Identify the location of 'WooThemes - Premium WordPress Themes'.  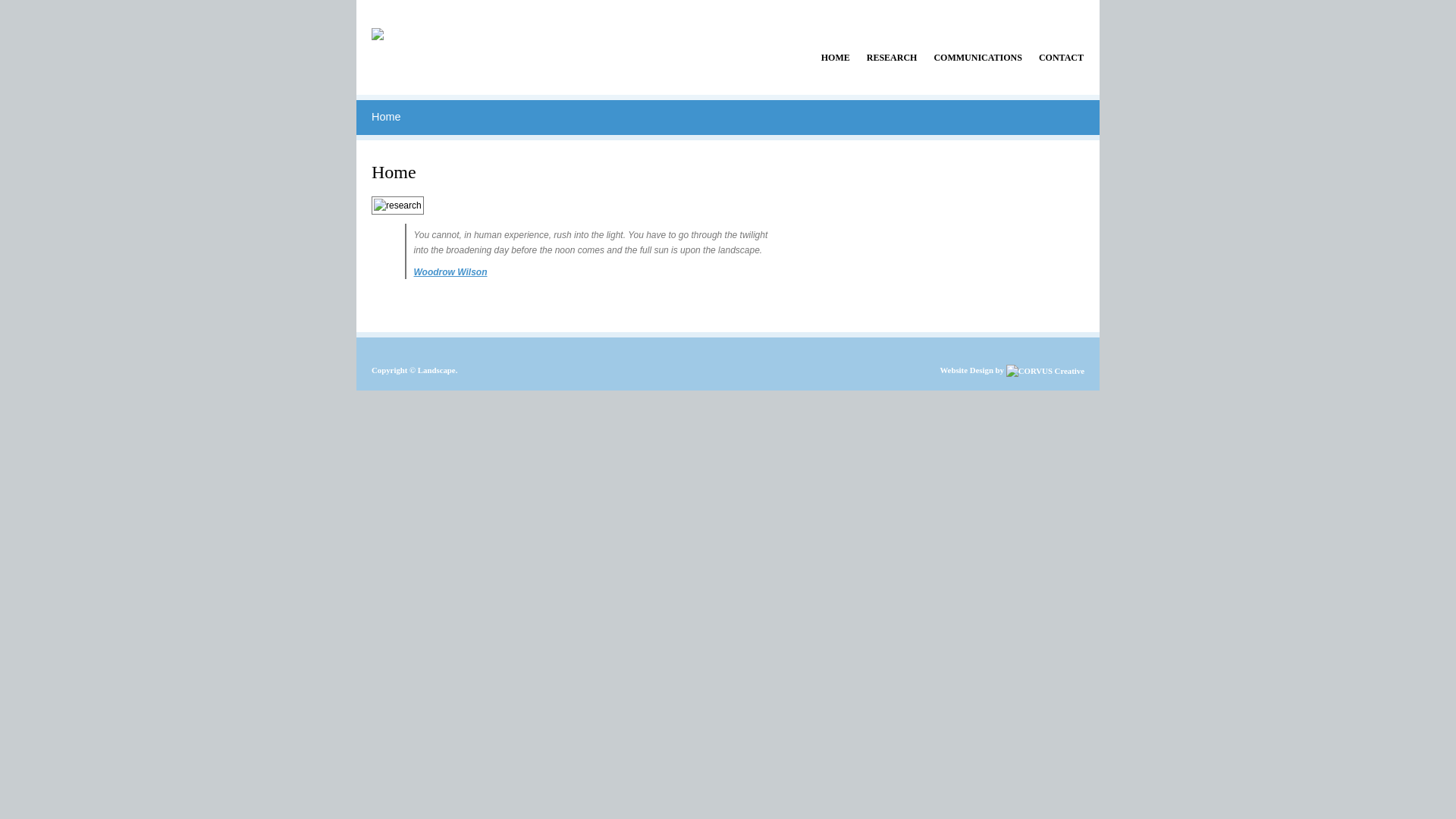
(1044, 370).